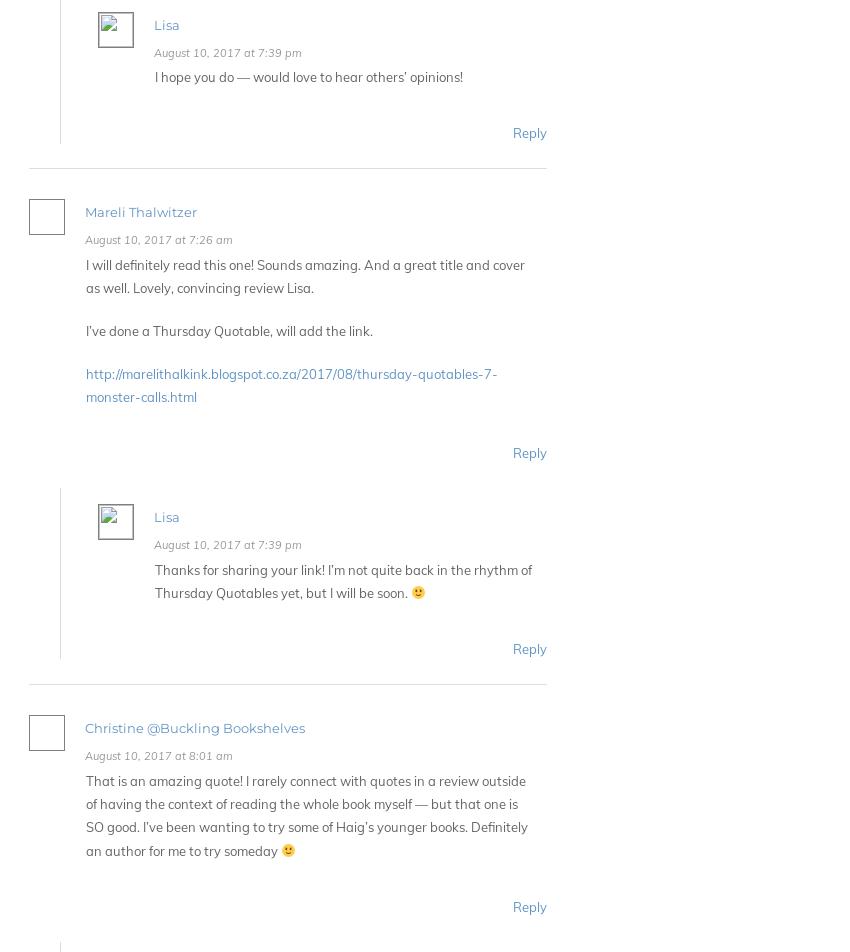 The height and width of the screenshot is (952, 850). I want to click on 'I hope you do — would love to hear others’ opinions!', so click(308, 77).